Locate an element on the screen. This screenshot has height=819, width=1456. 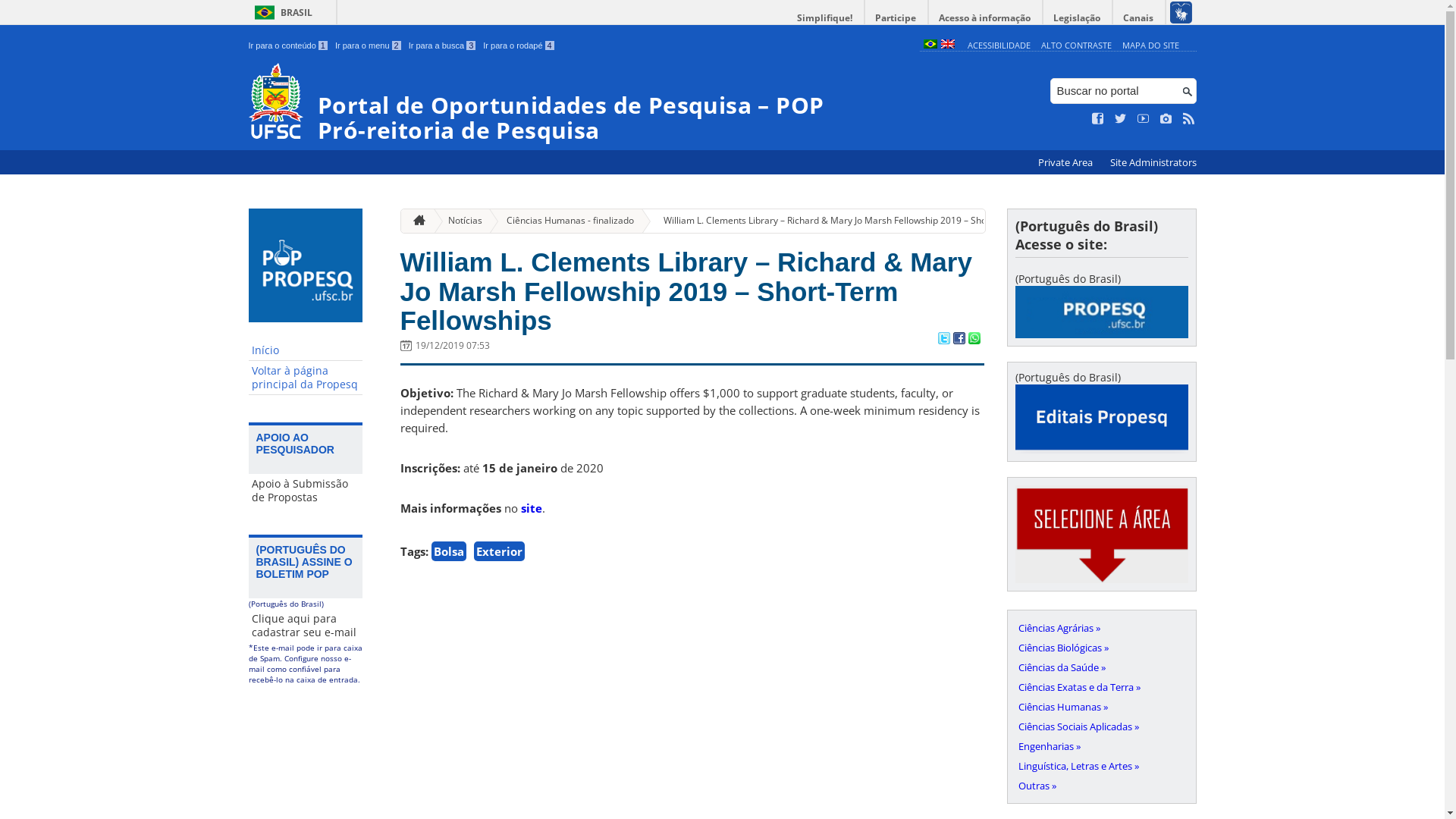
'Bolsa' is located at coordinates (447, 551).